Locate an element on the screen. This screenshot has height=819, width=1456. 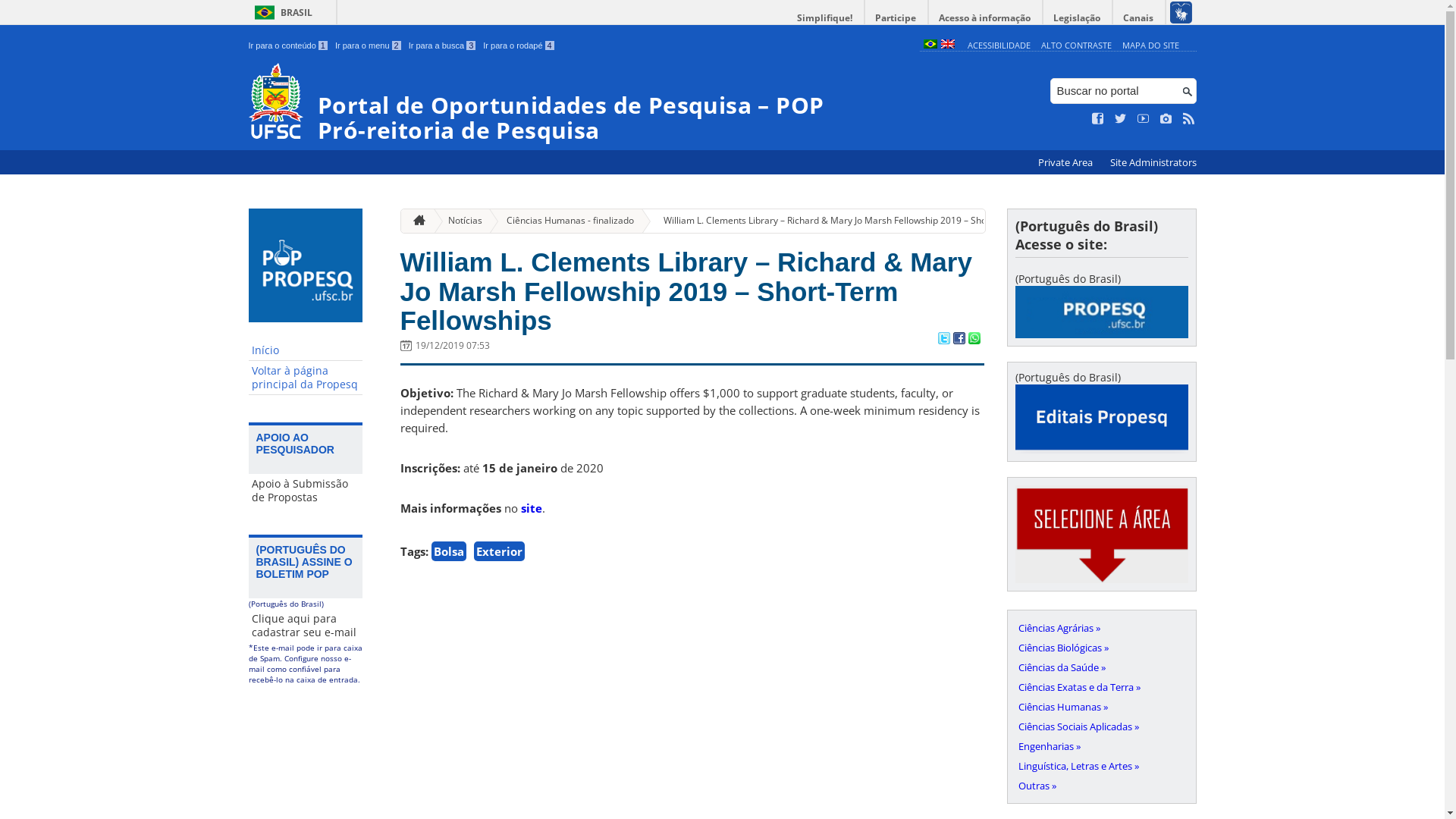
'Bolsa' is located at coordinates (447, 551).